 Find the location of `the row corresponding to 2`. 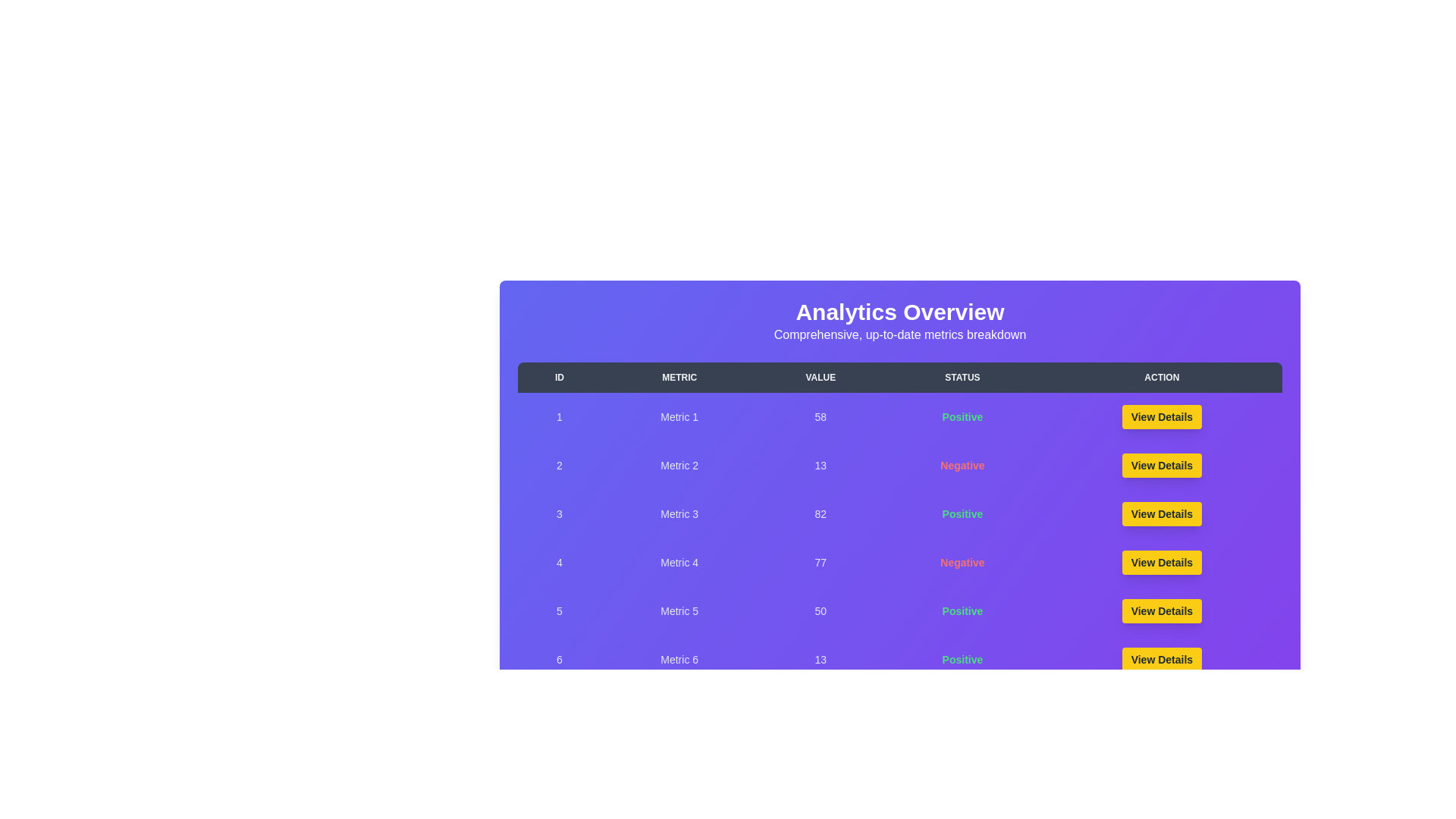

the row corresponding to 2 is located at coordinates (899, 464).